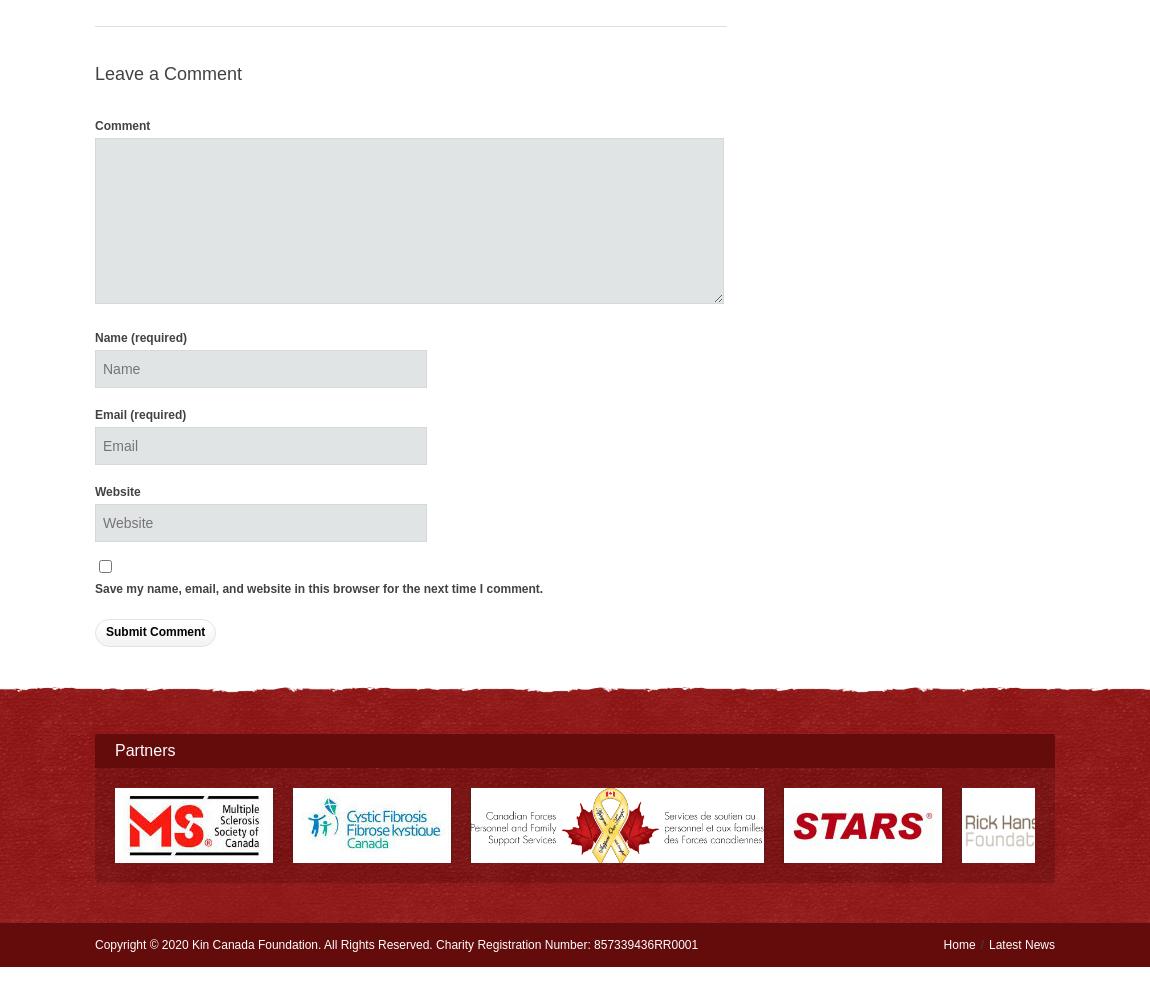 This screenshot has width=1150, height=1000. Describe the element at coordinates (167, 73) in the screenshot. I see `'Leave a Comment'` at that location.